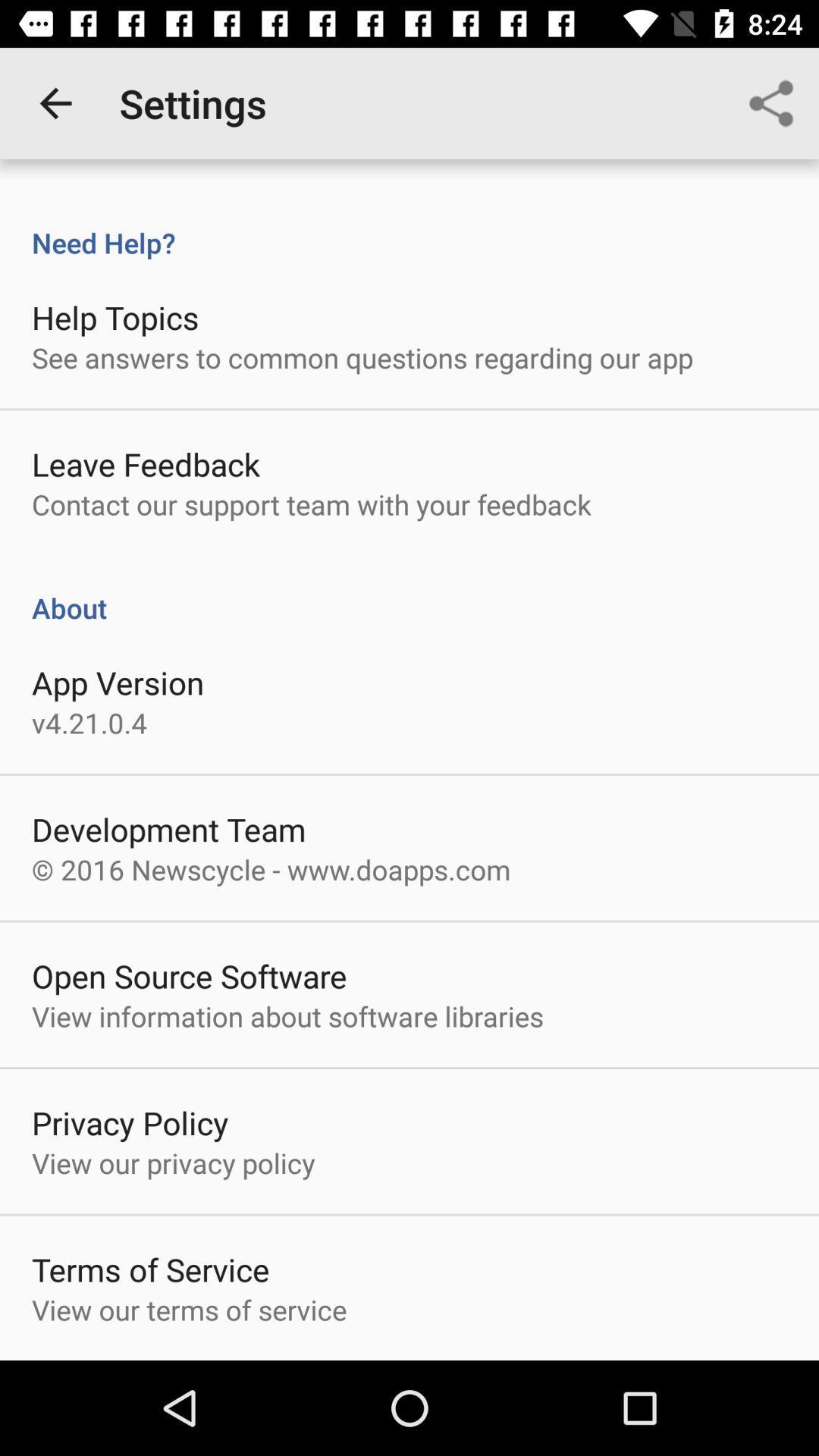 The width and height of the screenshot is (819, 1456). Describe the element at coordinates (311, 504) in the screenshot. I see `the contact our support item` at that location.